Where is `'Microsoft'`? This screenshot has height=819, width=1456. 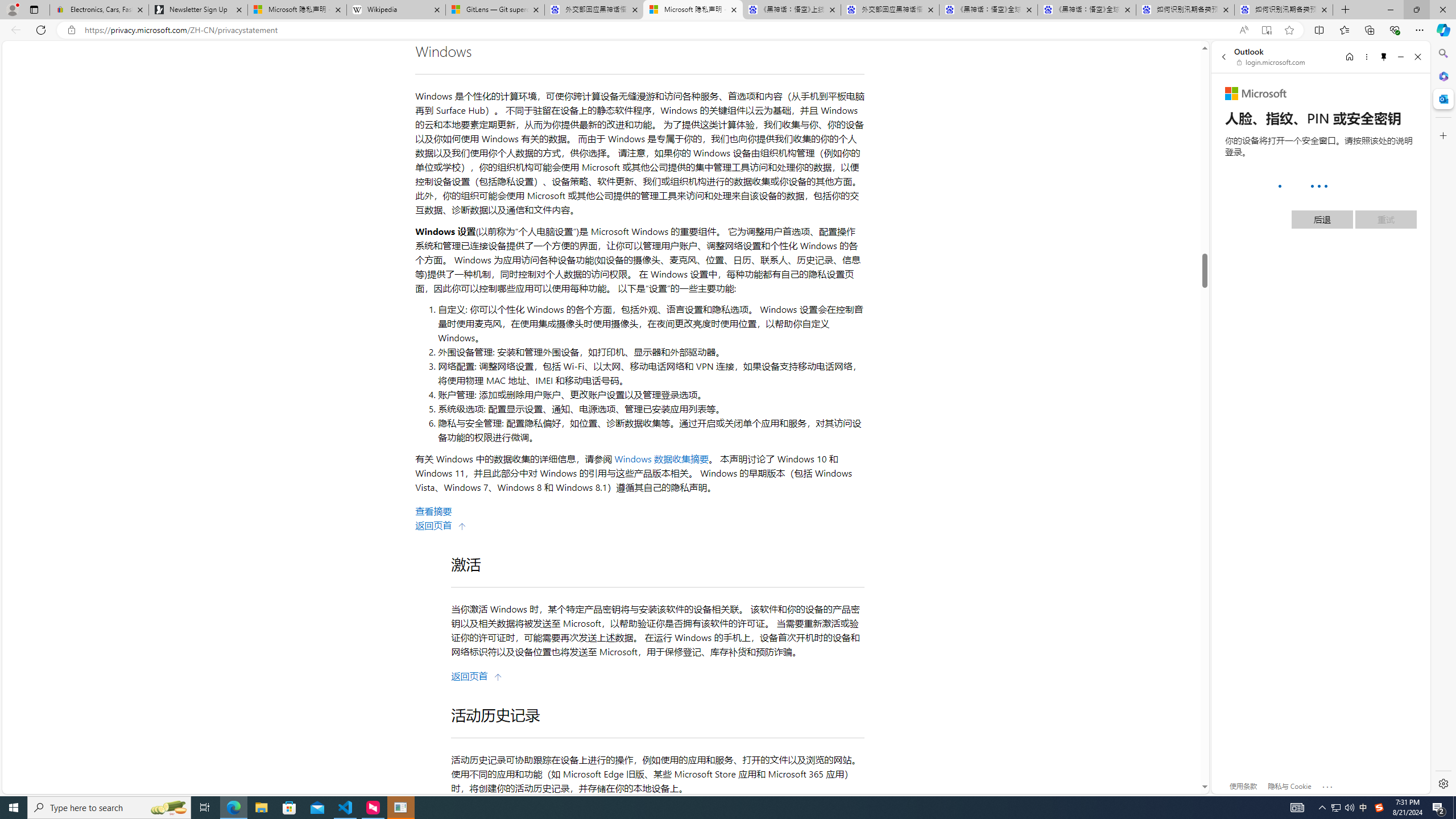
'Microsoft' is located at coordinates (1256, 93).